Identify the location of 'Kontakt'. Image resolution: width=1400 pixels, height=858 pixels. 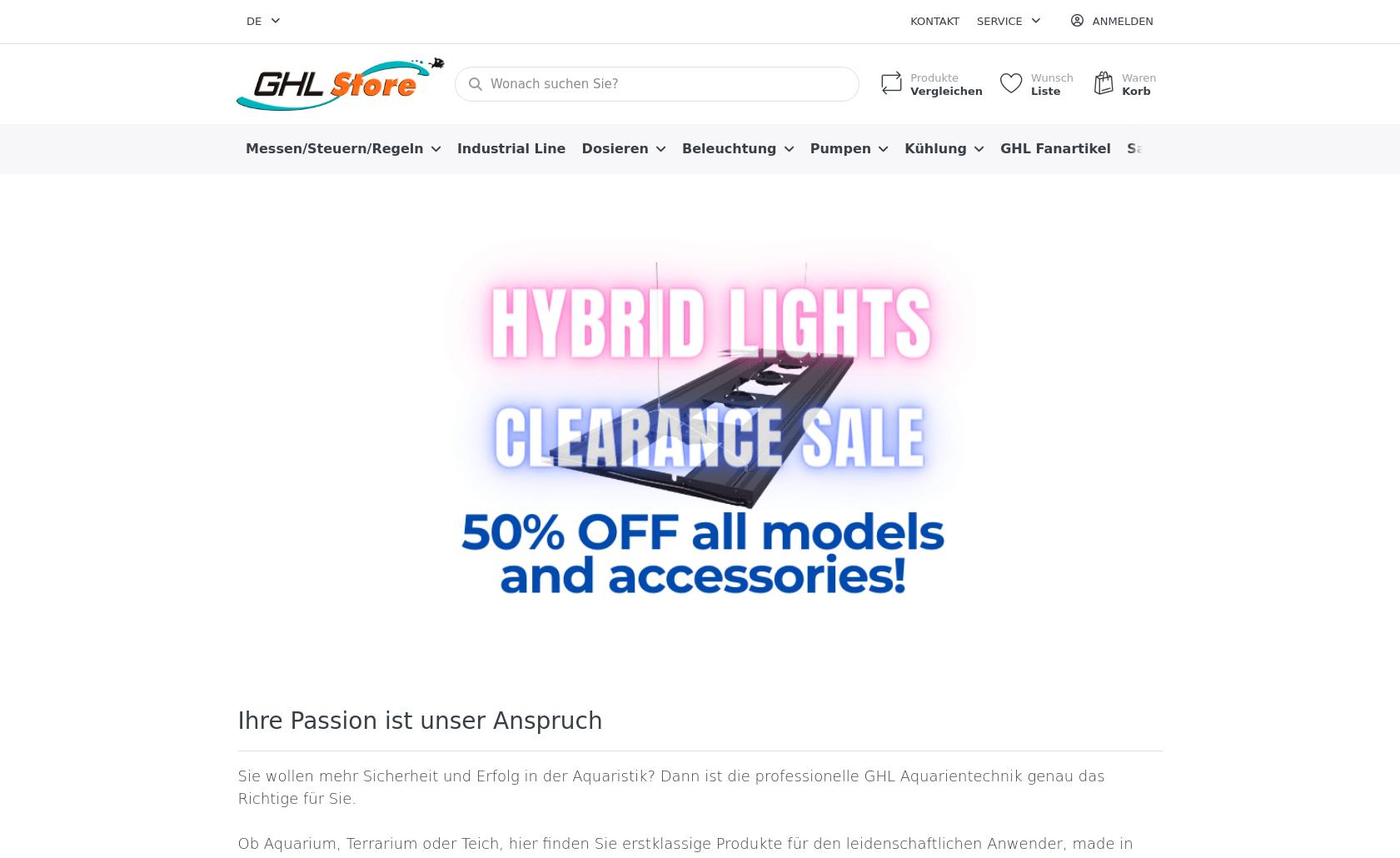
(909, 21).